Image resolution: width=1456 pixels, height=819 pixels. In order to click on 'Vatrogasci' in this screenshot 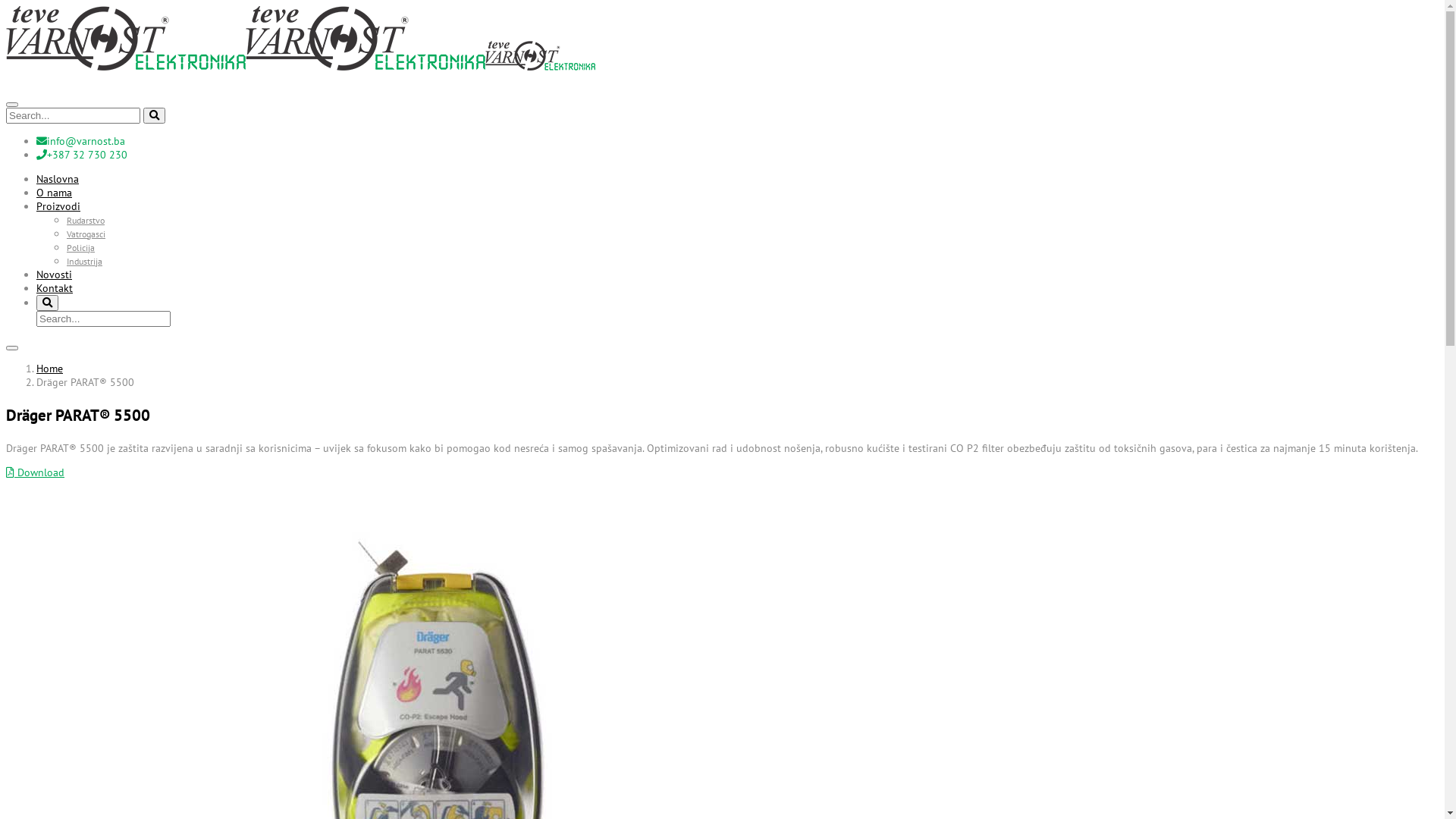, I will do `click(85, 233)`.